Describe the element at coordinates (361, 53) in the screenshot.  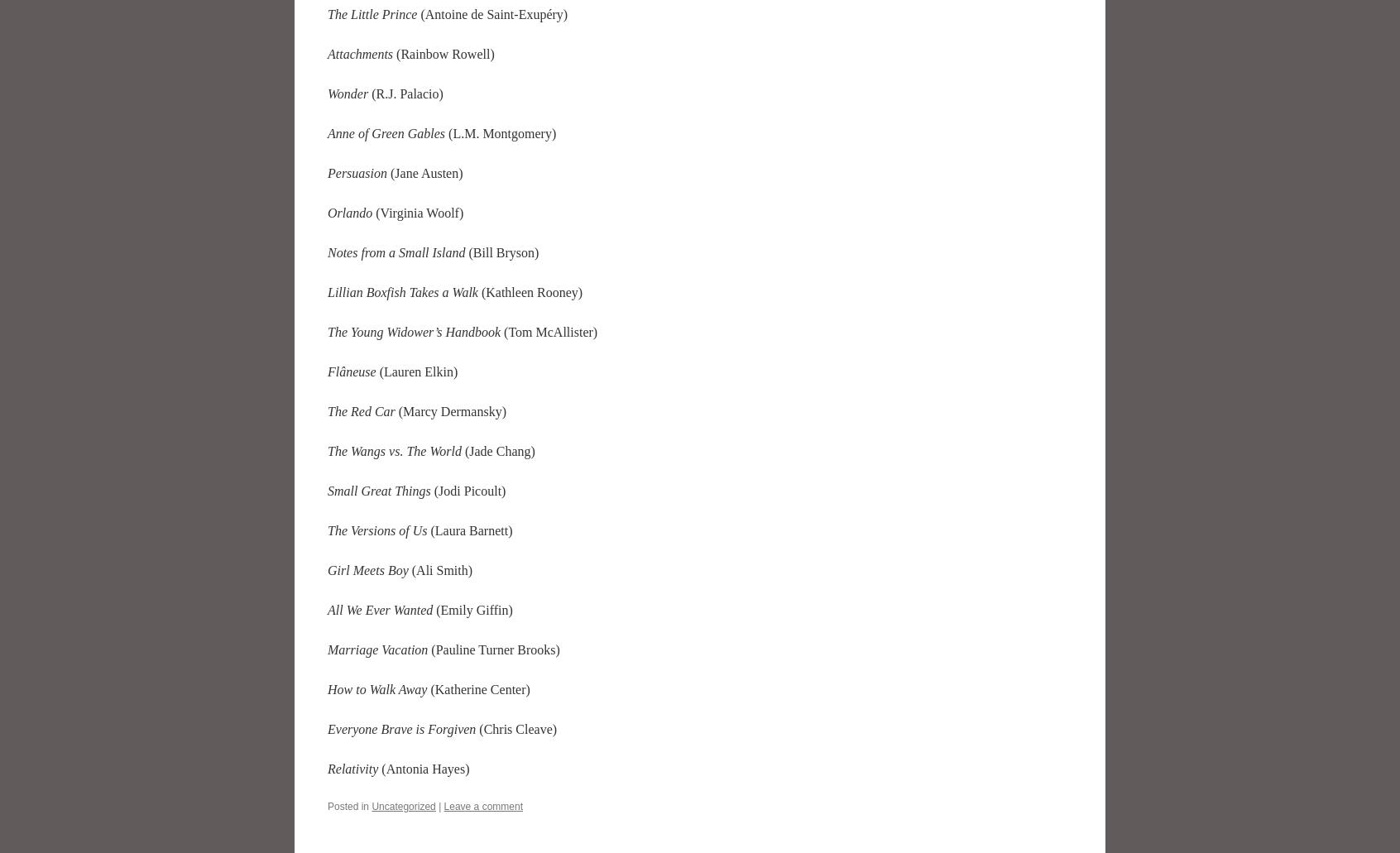
I see `'Attachments'` at that location.